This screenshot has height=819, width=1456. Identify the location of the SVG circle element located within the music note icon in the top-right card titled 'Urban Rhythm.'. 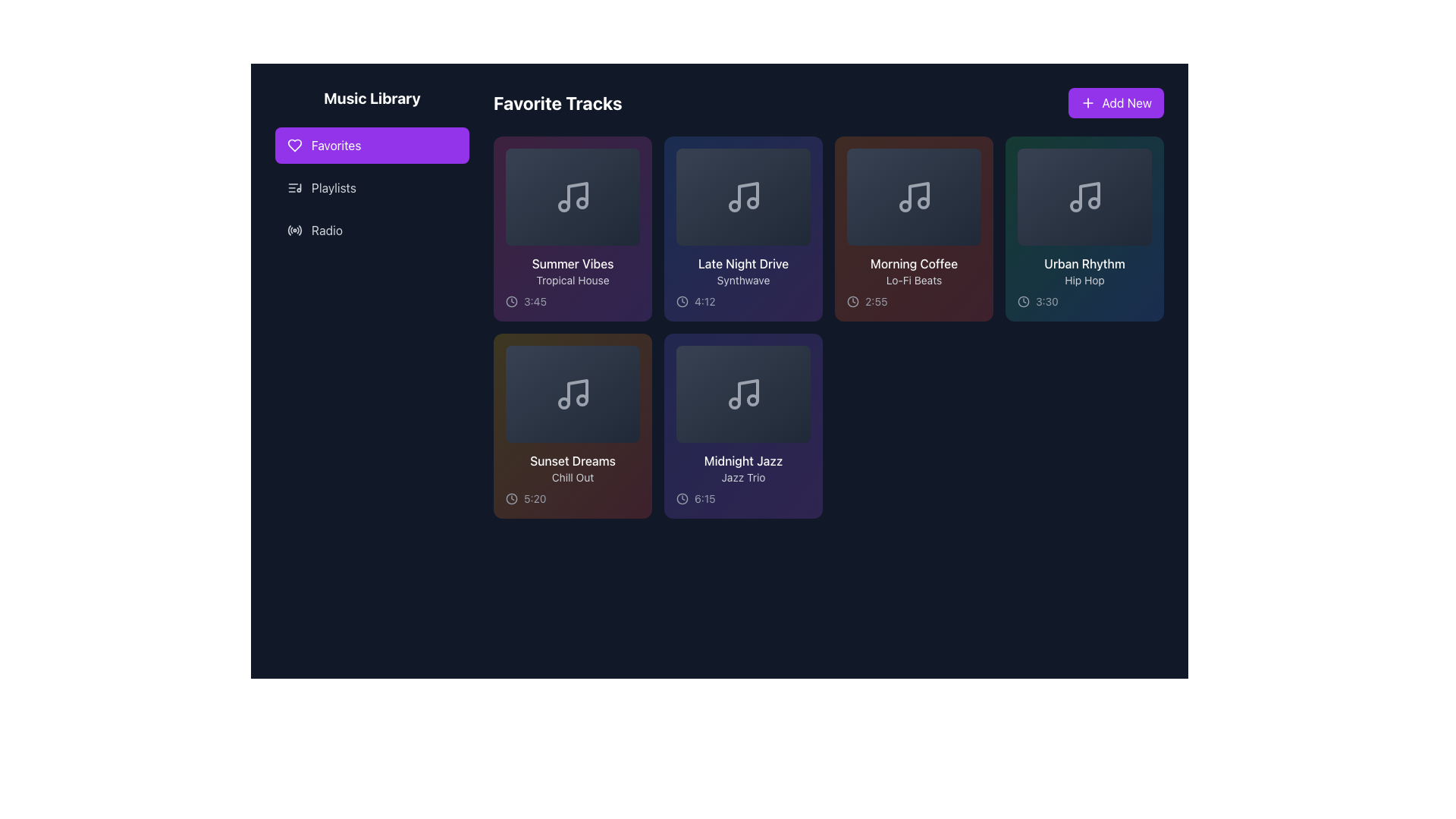
(1075, 206).